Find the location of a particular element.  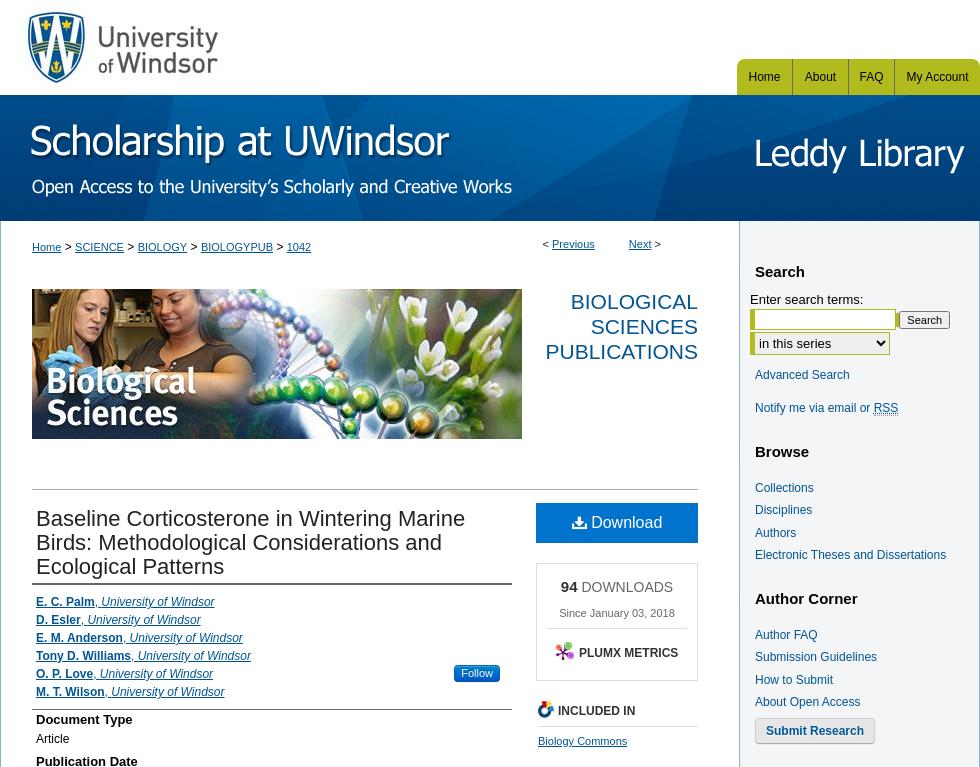

'Author FAQ' is located at coordinates (754, 633).